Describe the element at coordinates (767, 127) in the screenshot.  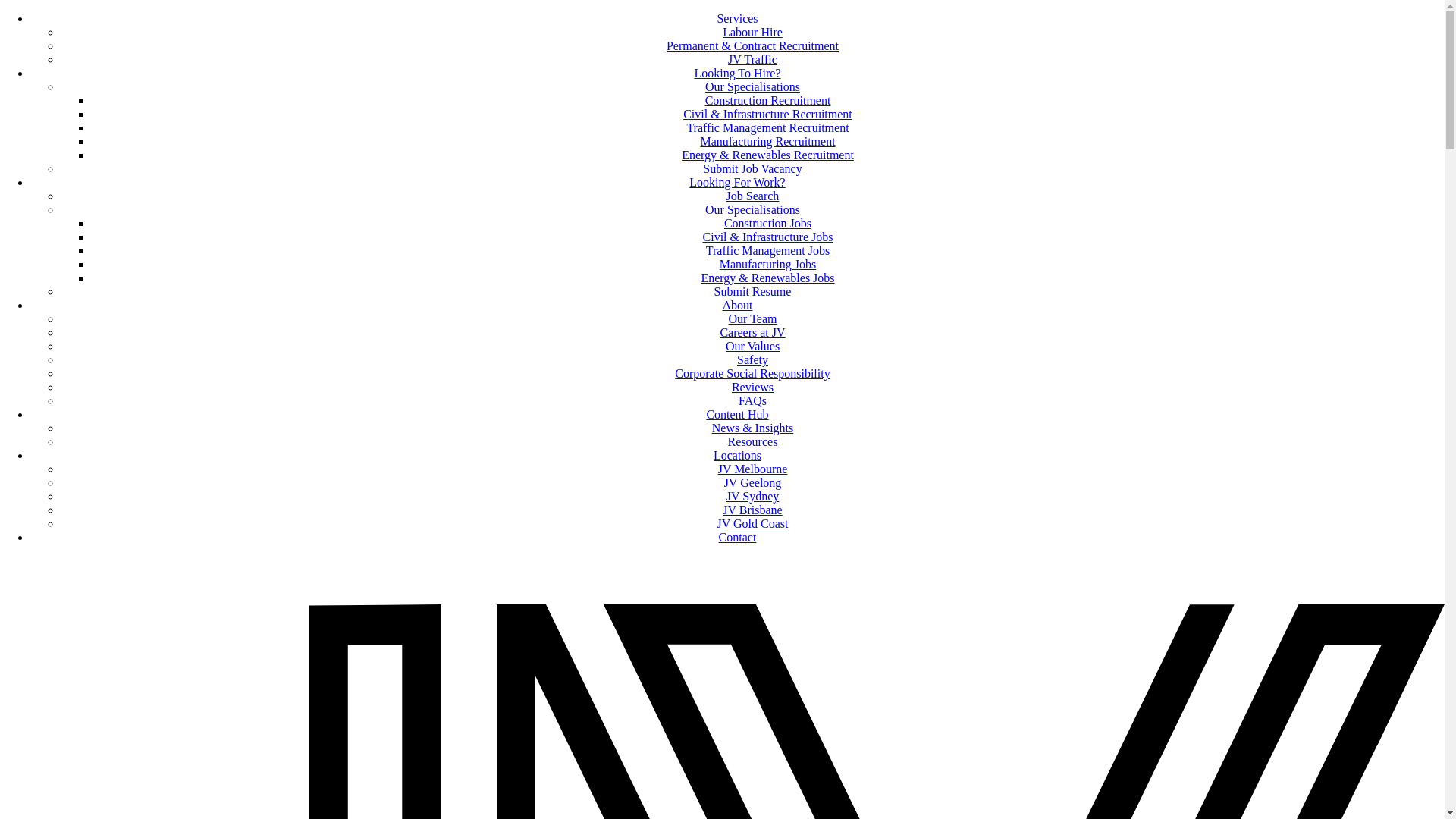
I see `'Traffic Management Recruitment'` at that location.